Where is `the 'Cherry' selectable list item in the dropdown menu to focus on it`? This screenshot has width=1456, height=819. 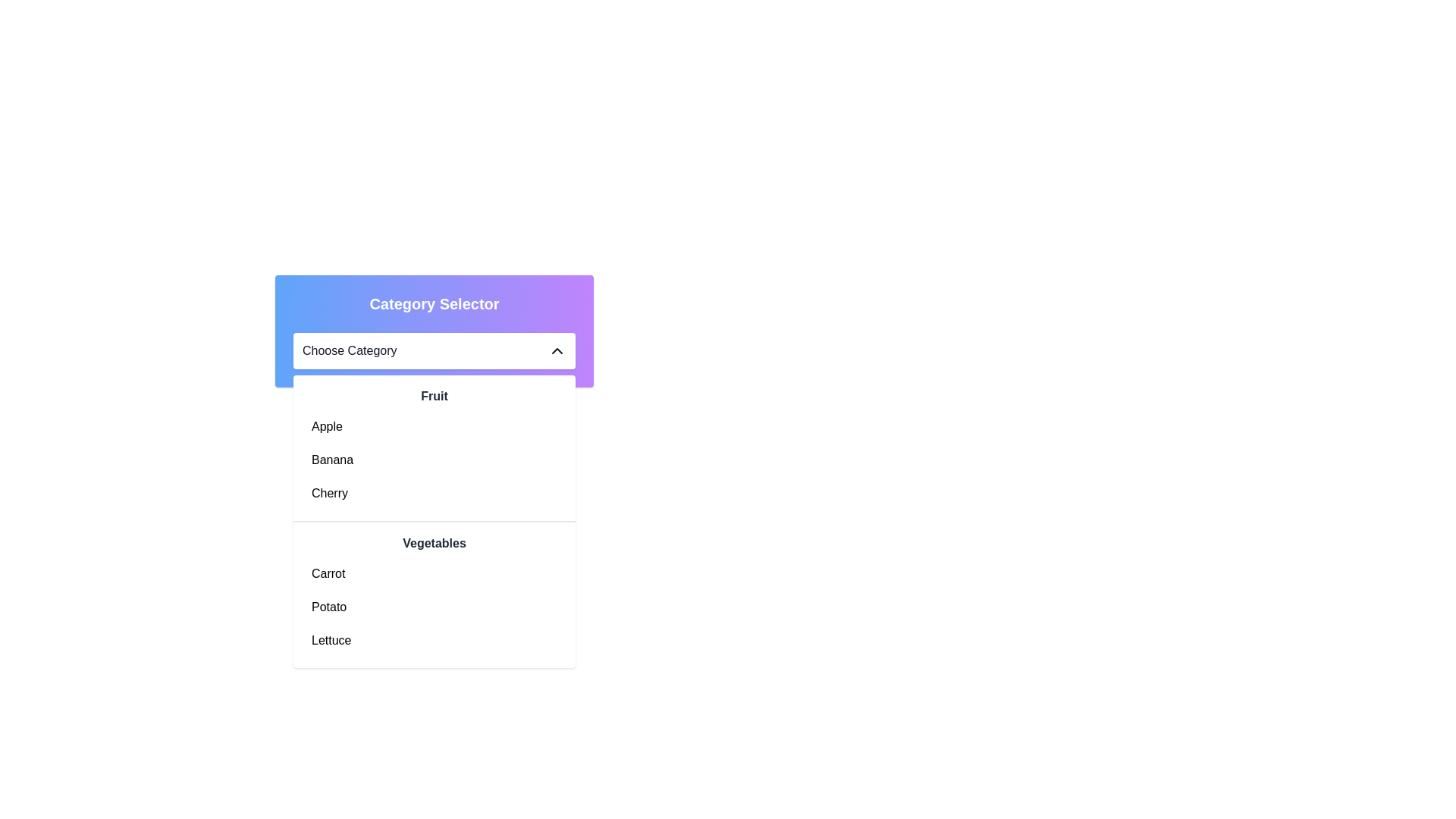 the 'Cherry' selectable list item in the dropdown menu to focus on it is located at coordinates (329, 494).